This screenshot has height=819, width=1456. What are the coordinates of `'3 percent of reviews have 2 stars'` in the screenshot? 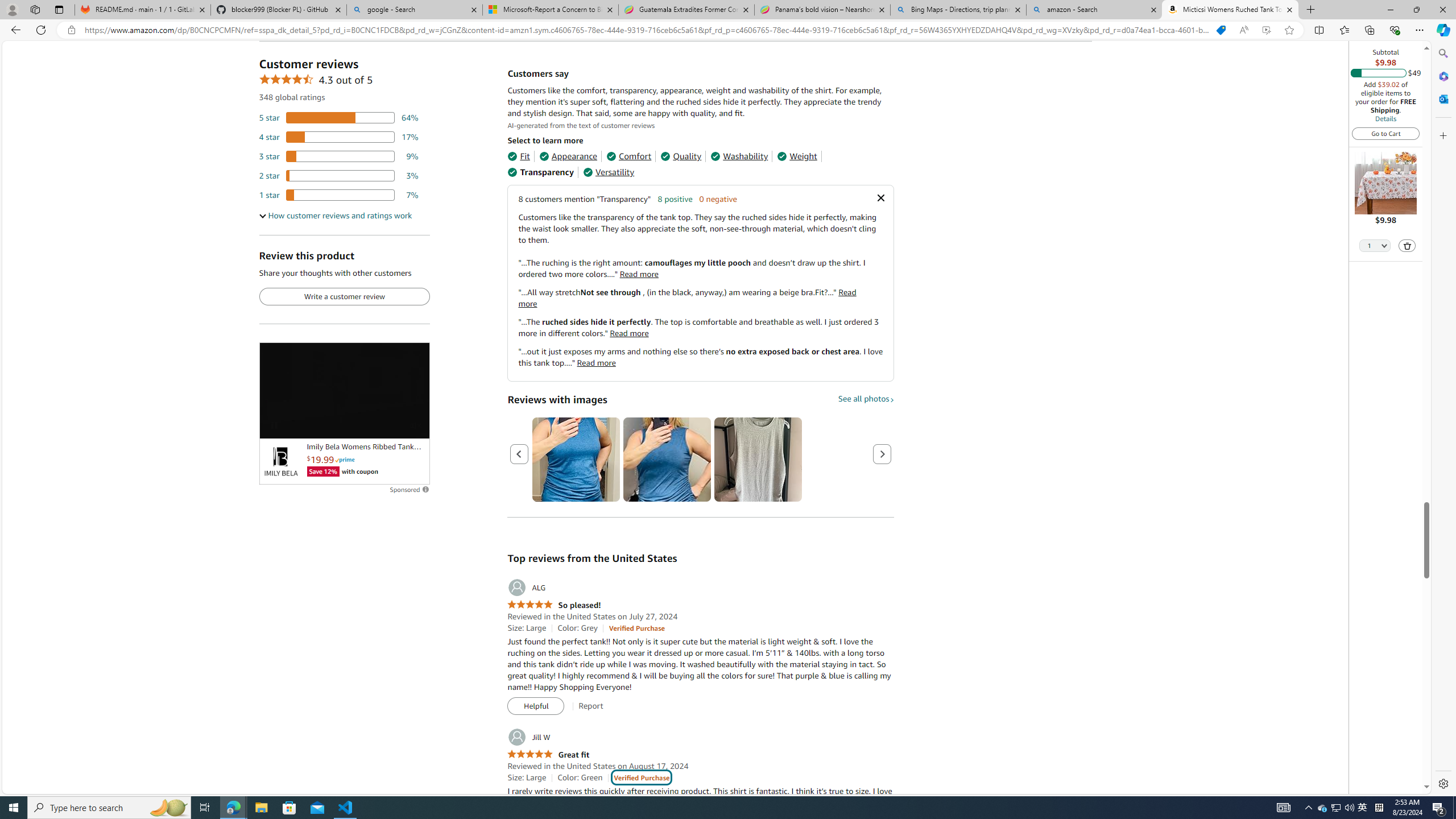 It's located at (338, 176).